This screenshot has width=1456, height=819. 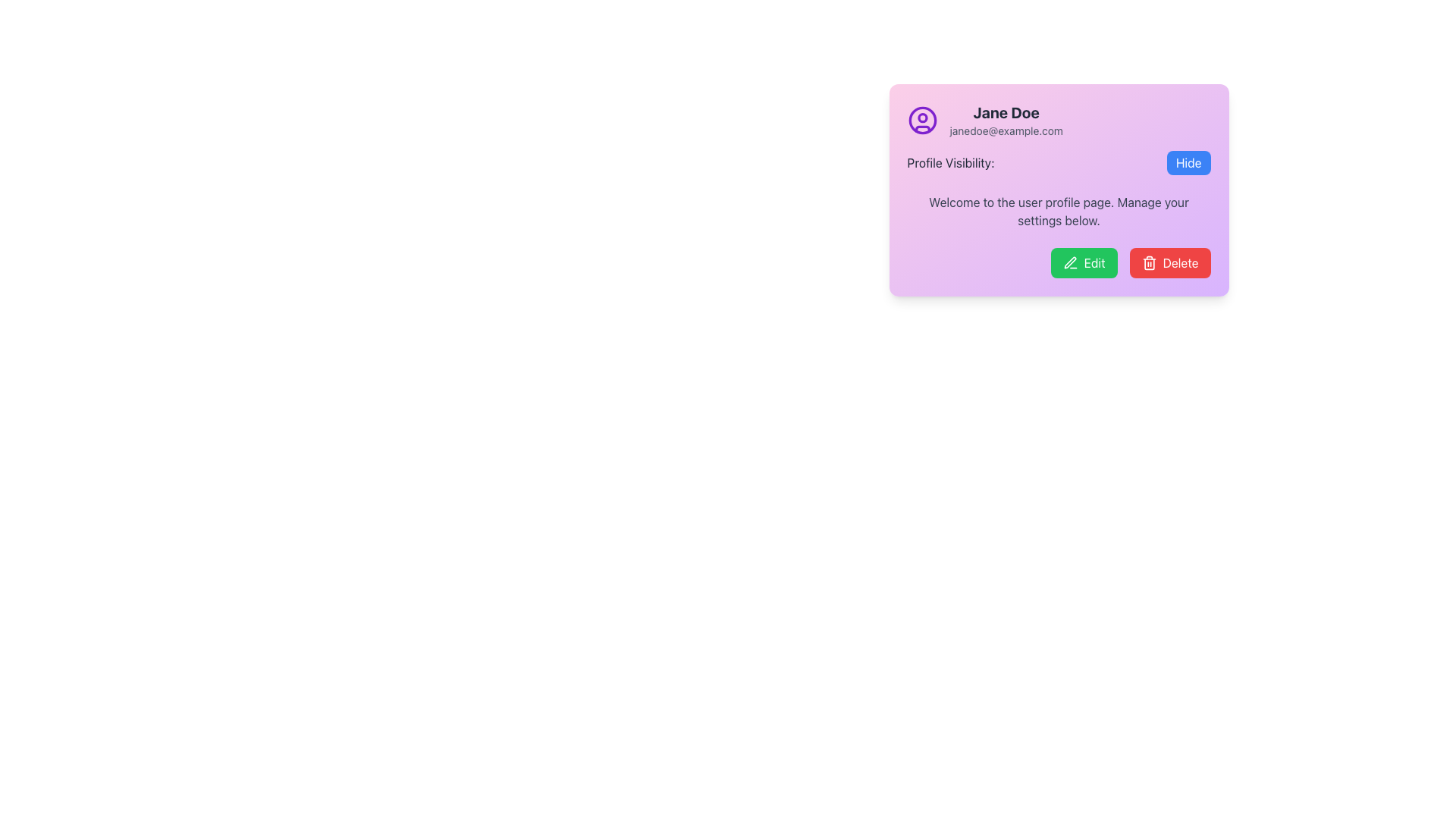 I want to click on the delete button located in the bottom-right section of the user information card, so click(x=1169, y=262).